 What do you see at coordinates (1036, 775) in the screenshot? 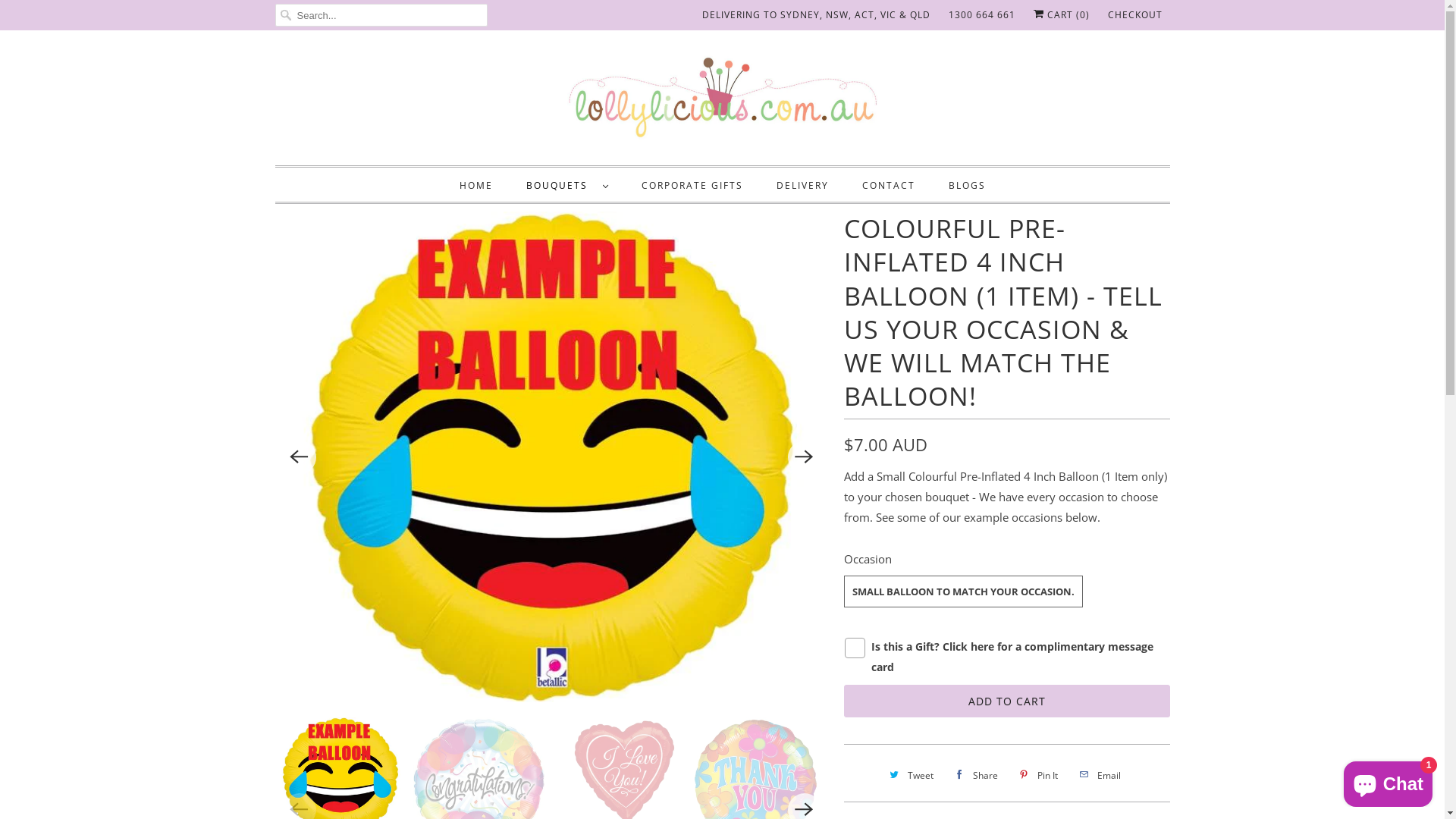
I see `'Pin It'` at bounding box center [1036, 775].